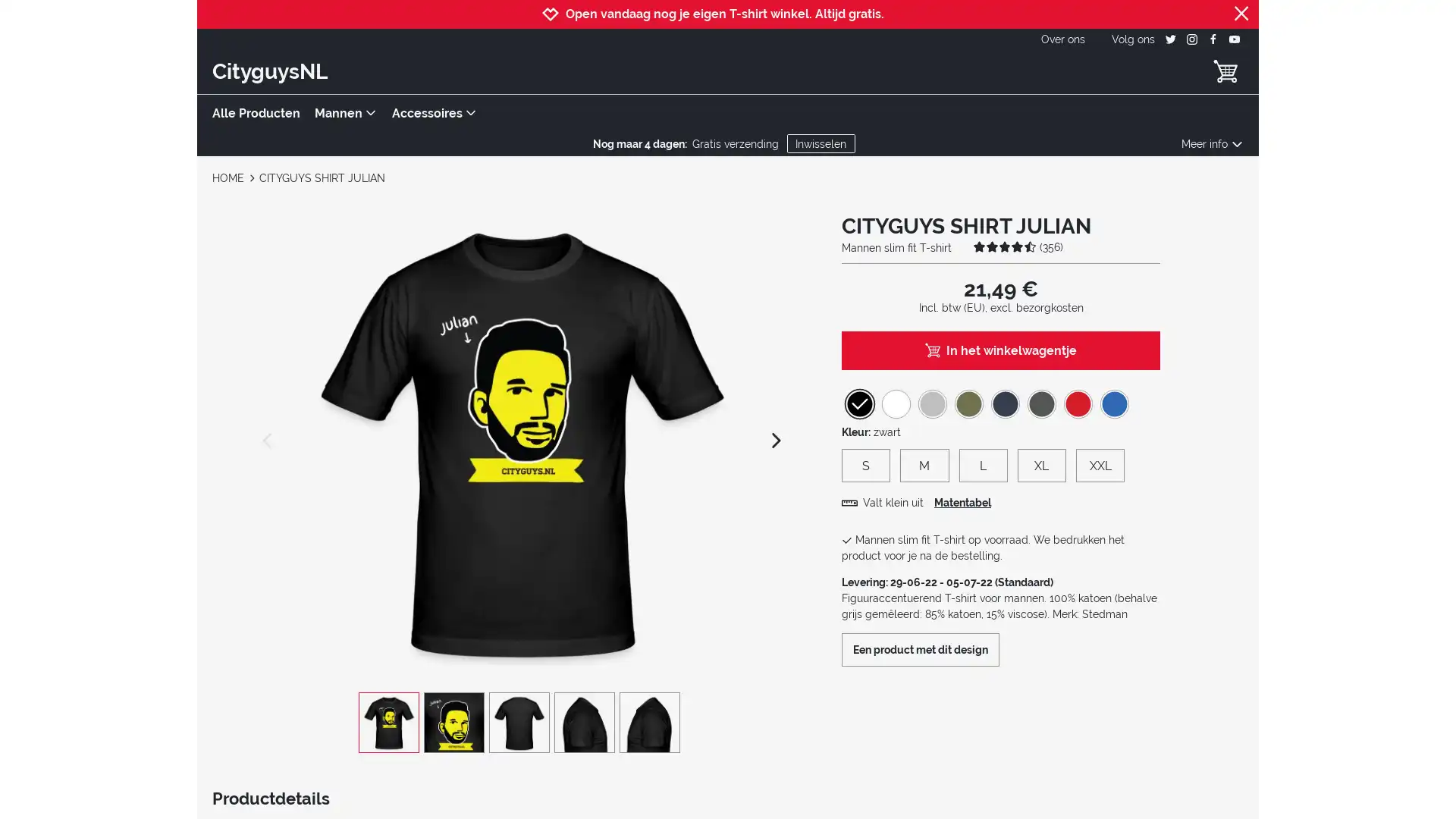 The height and width of the screenshot is (819, 1456). I want to click on XXL, so click(1100, 464).